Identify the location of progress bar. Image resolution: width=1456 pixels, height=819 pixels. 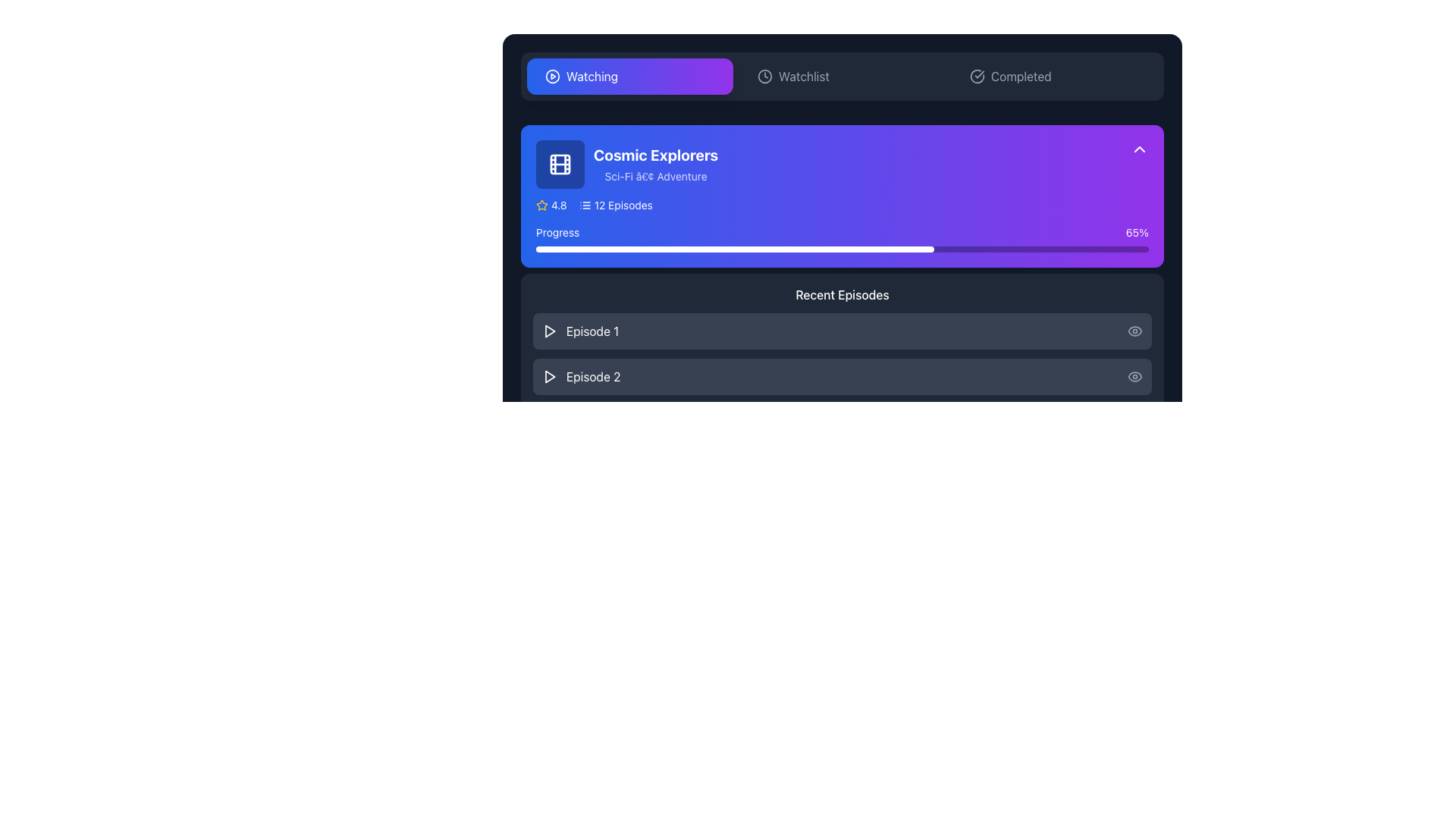
(971, 248).